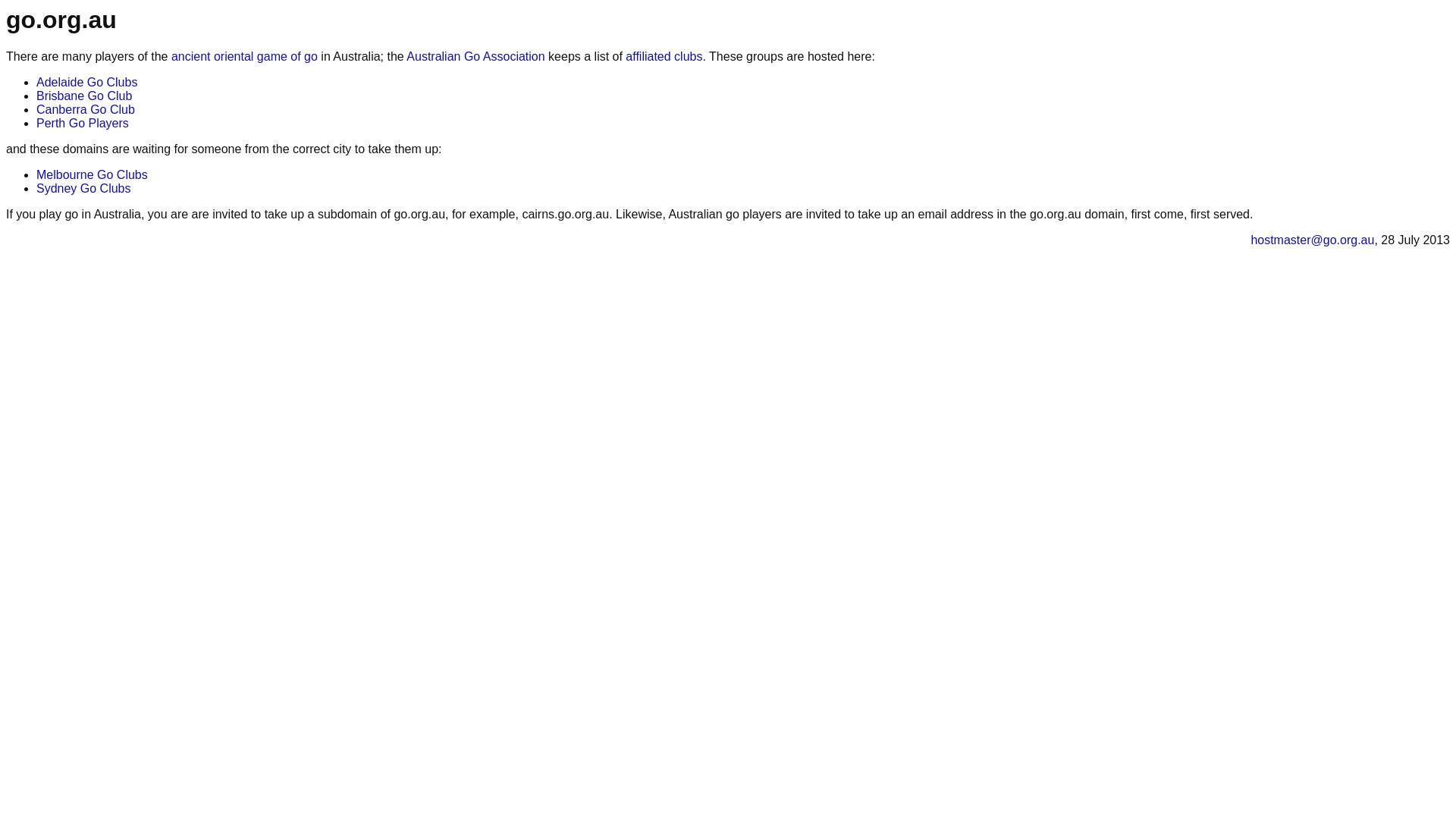  Describe the element at coordinates (86, 82) in the screenshot. I see `'Adelaide Go Clubs'` at that location.